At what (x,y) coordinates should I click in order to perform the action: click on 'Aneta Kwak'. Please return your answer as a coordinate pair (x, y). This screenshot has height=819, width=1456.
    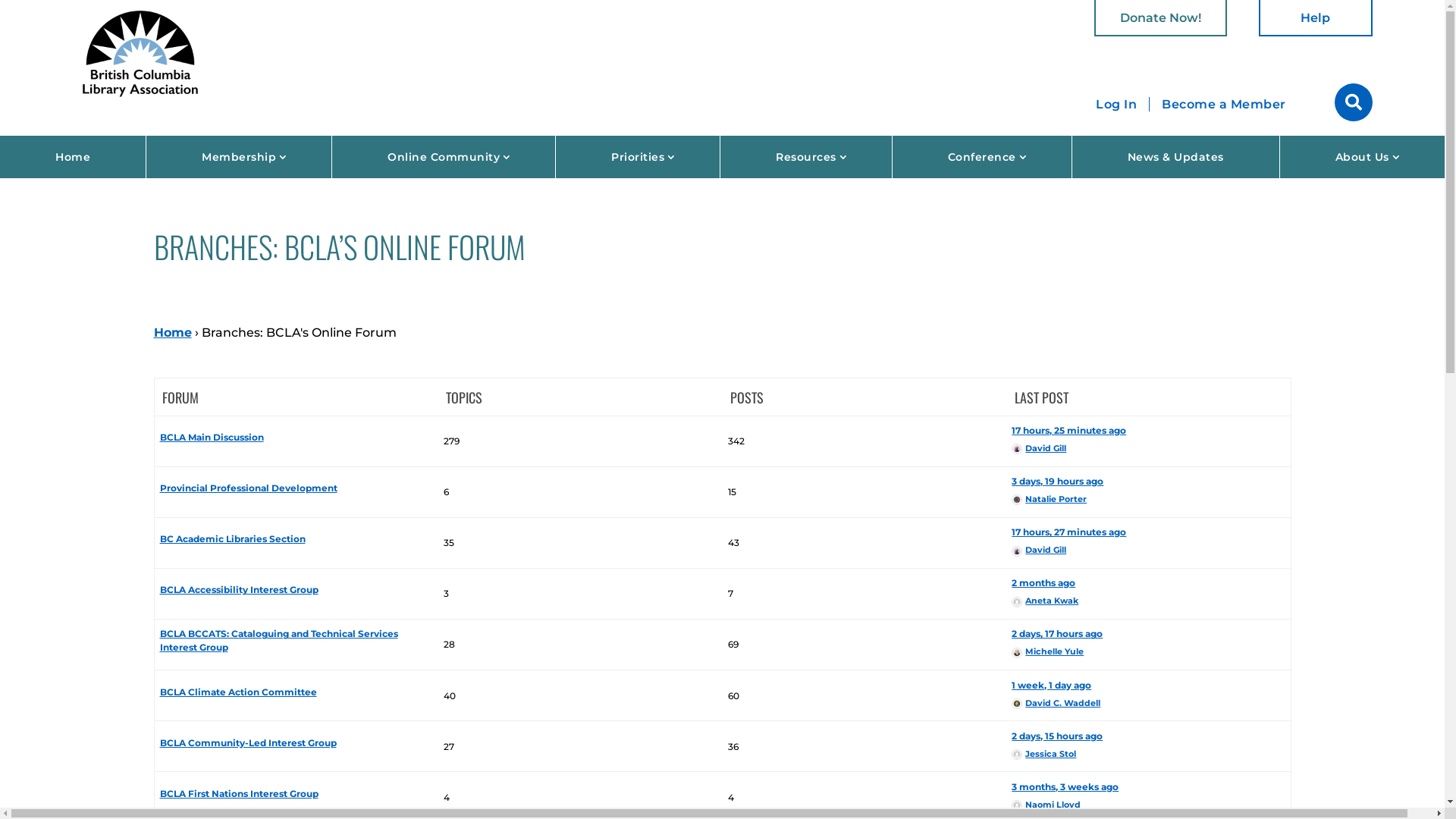
    Looking at the image, I should click on (1043, 599).